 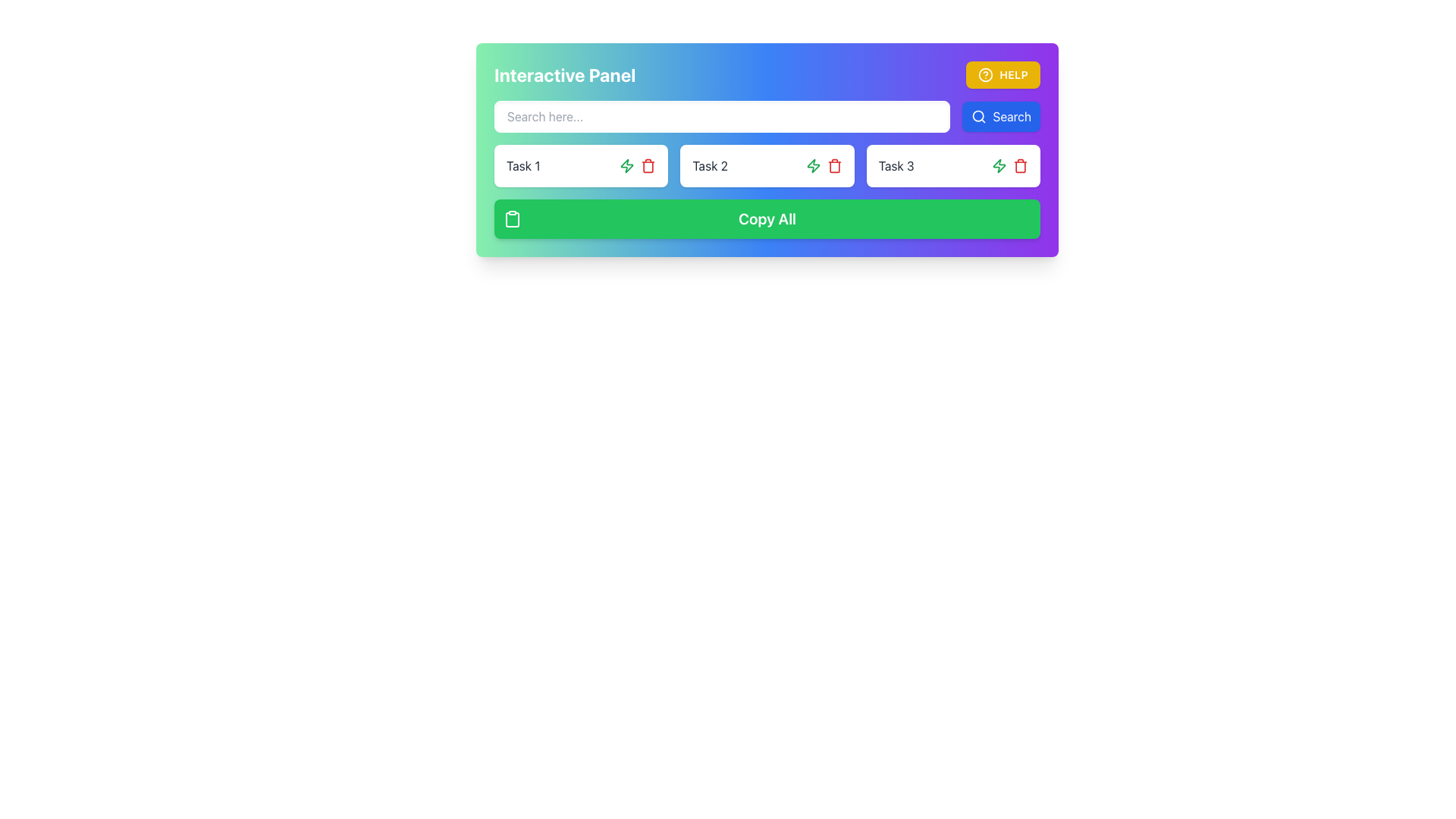 I want to click on the clipboard icon located at the left end of the 'Copy All' button section in the green panel at the lower part of the interface, so click(x=513, y=219).